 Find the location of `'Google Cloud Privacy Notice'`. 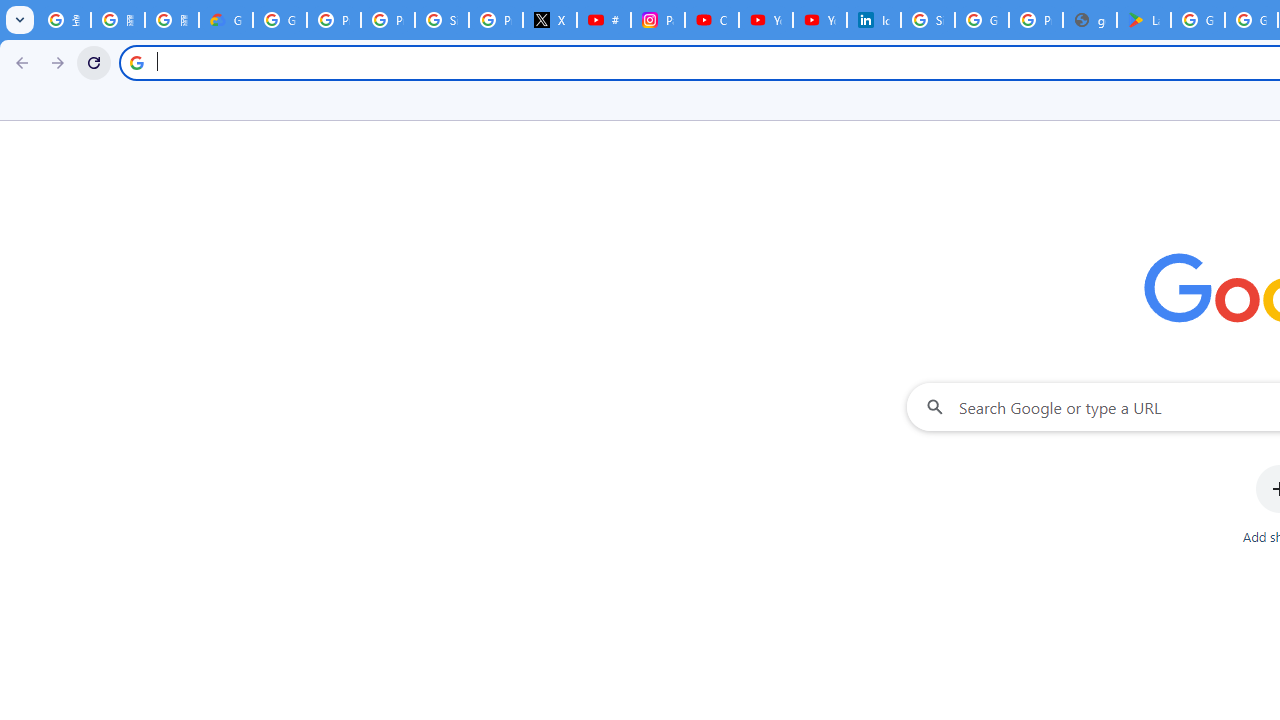

'Google Cloud Privacy Notice' is located at coordinates (225, 20).